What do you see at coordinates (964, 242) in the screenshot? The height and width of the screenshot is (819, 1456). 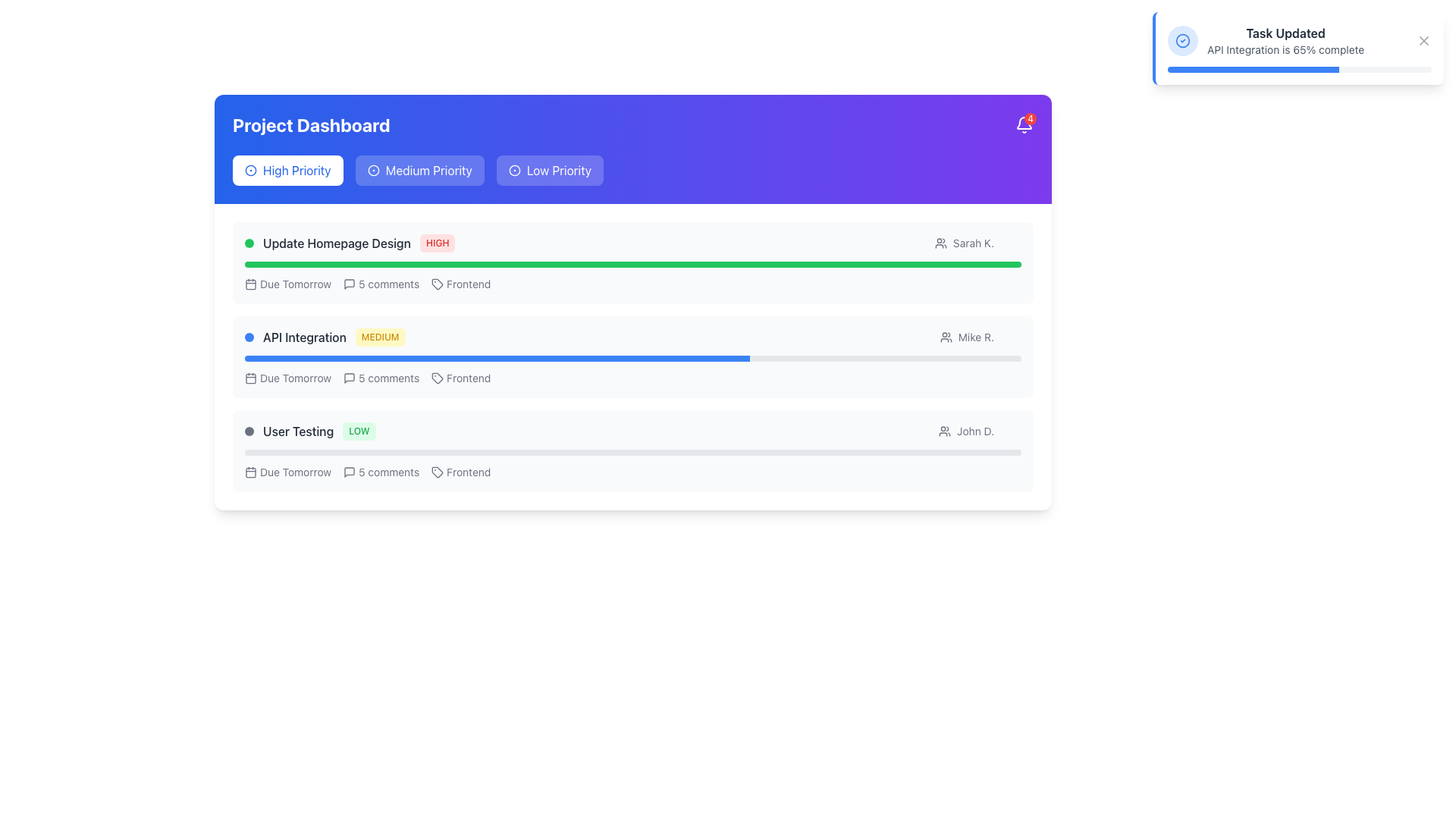 I see `the user identifier element labeled 'Sarah K.' which includes a group icon, located at the top-right of the interface within the first entry of the task list` at bounding box center [964, 242].